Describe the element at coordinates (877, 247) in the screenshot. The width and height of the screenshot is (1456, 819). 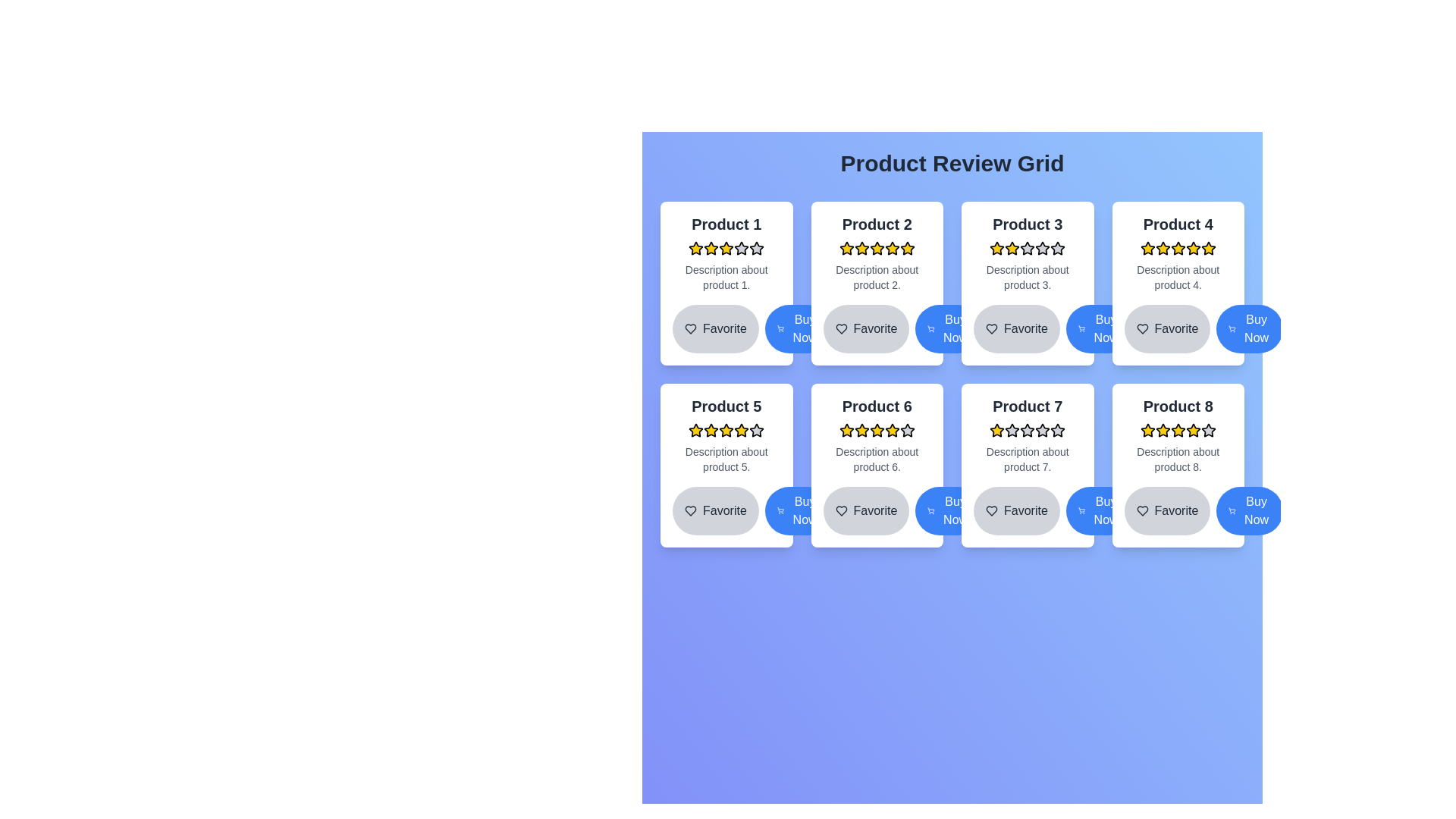
I see `the star icon in the graphical rating component for 'Product 2' to interact with it` at that location.